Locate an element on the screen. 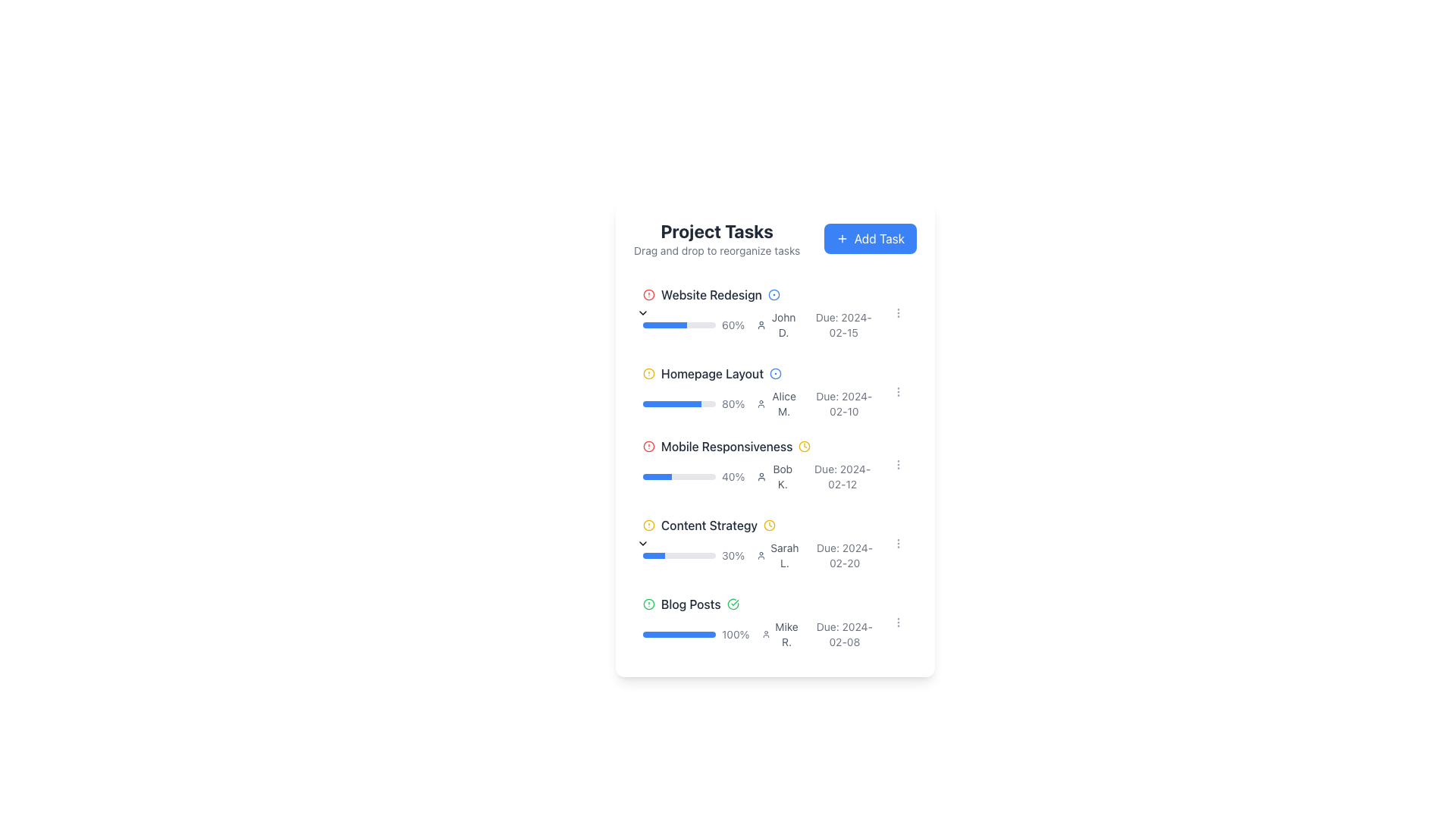 This screenshot has height=819, width=1456. the Progress Indicator, which is a horizontal blue progress bar showing '100%' is located at coordinates (695, 635).